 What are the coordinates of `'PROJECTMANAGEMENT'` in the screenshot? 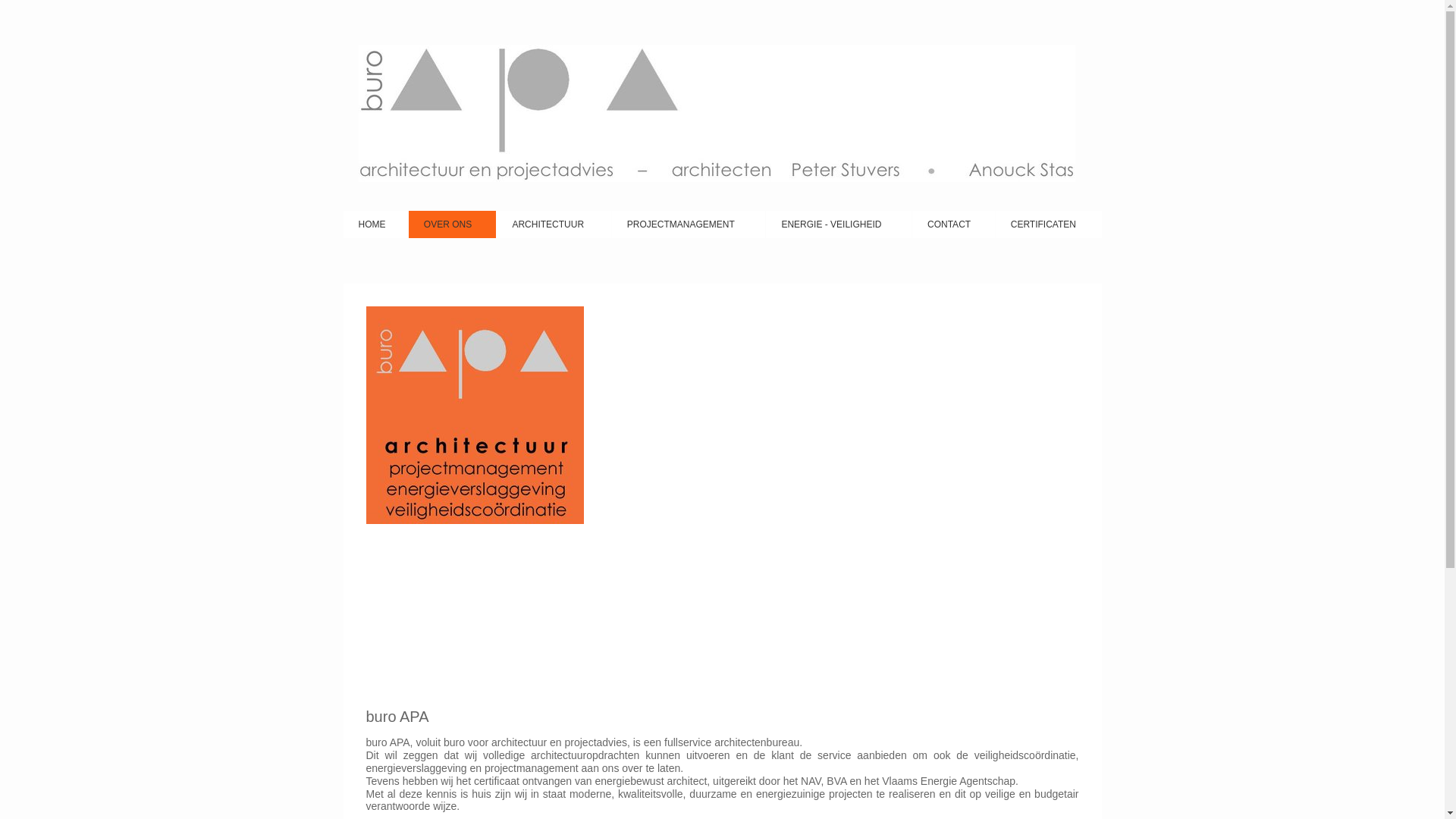 It's located at (688, 224).